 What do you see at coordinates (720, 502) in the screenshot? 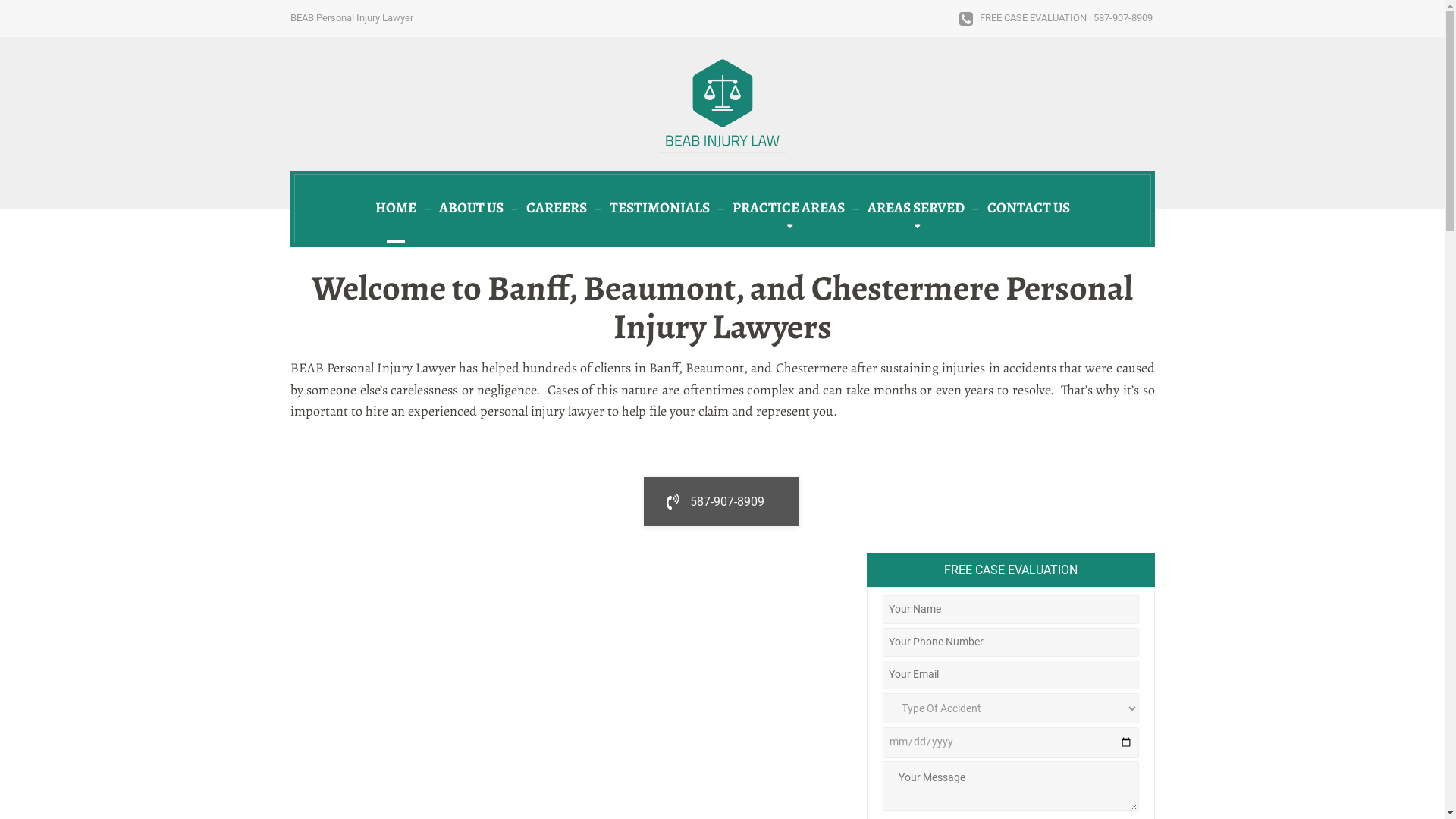
I see `'587-907-8909'` at bounding box center [720, 502].